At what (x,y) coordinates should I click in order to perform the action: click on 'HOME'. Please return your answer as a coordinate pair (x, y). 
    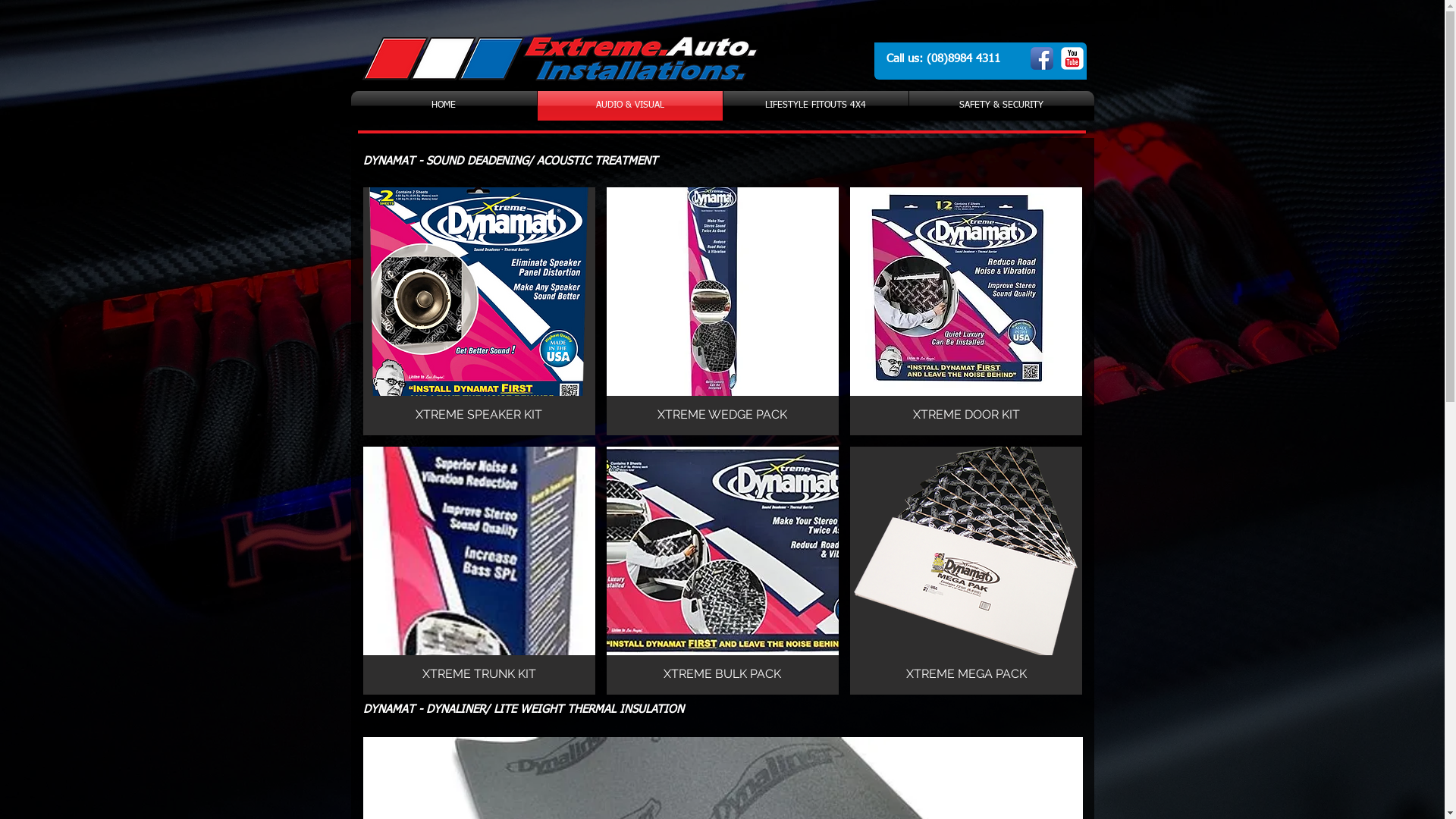
    Looking at the image, I should click on (442, 105).